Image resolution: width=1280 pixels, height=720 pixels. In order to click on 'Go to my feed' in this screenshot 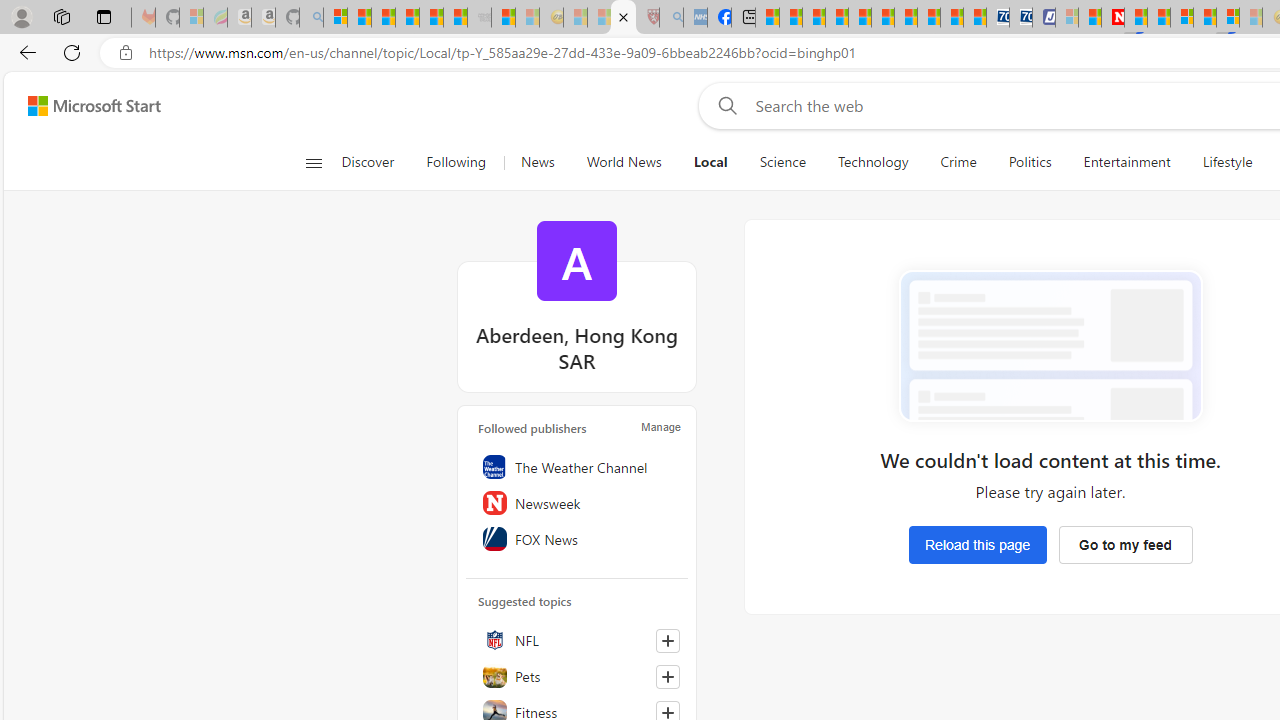, I will do `click(1125, 545)`.